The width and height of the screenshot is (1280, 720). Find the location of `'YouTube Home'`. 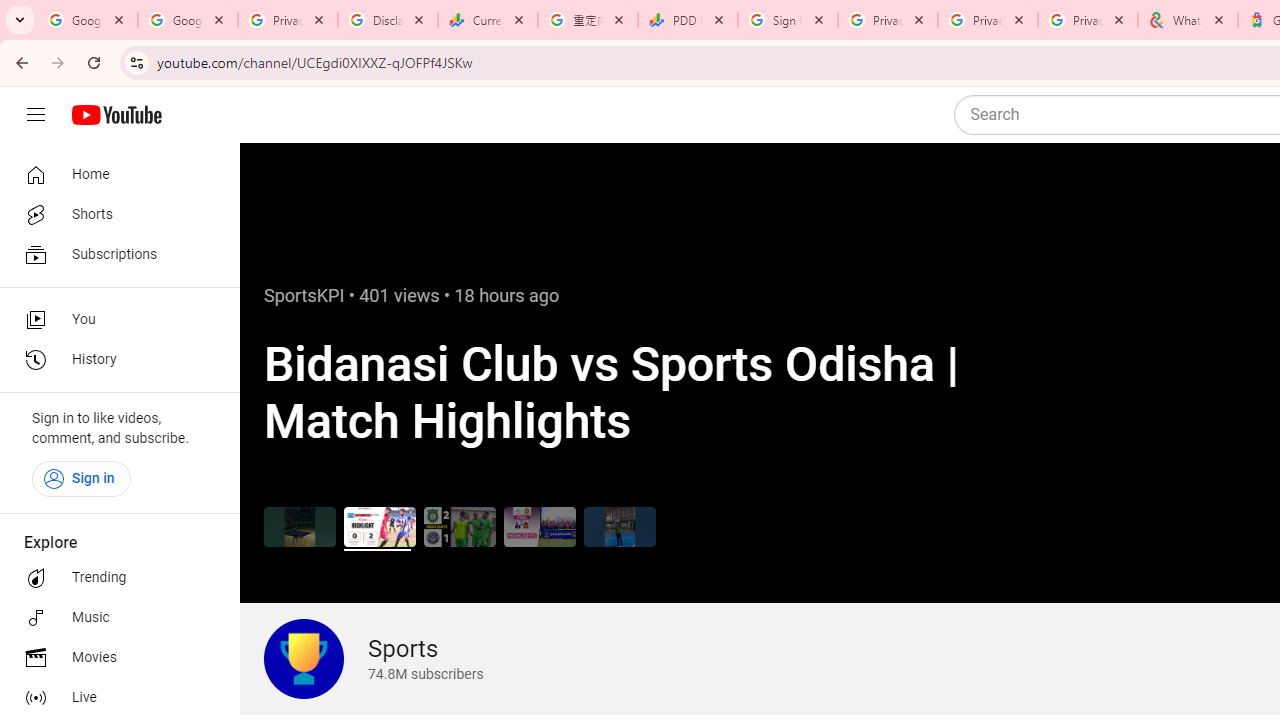

'YouTube Home' is located at coordinates (115, 115).